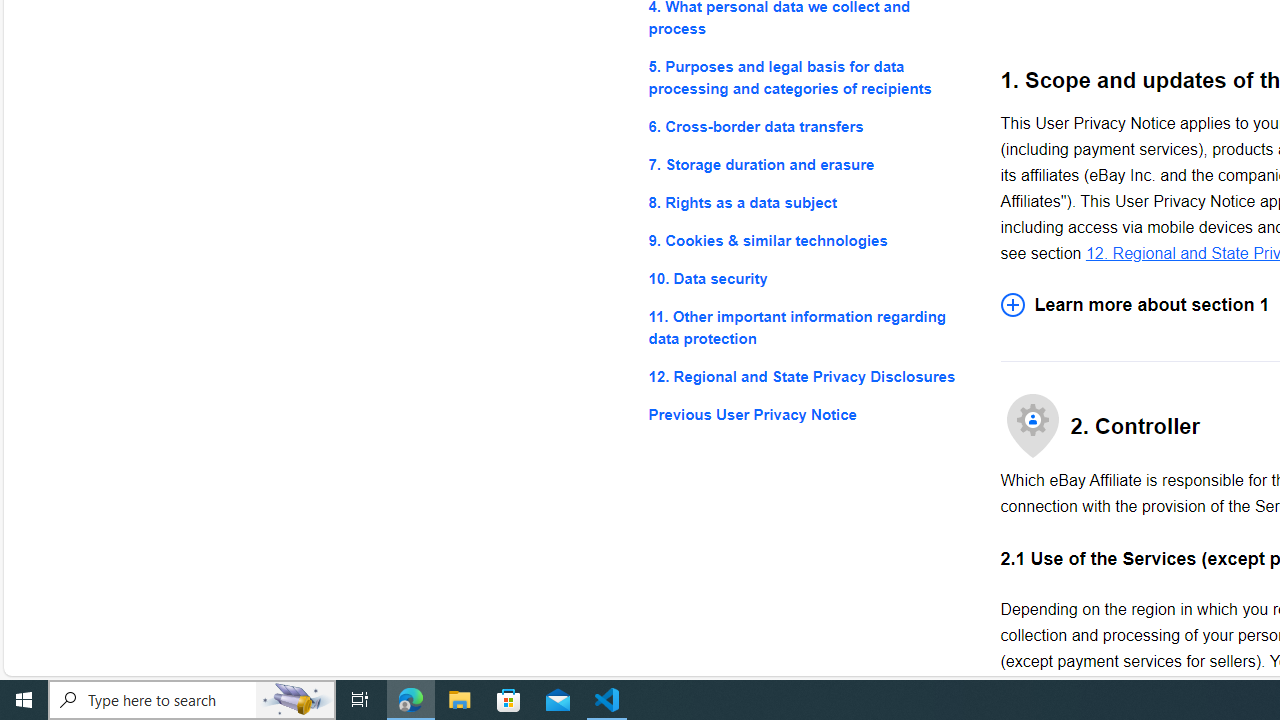  What do you see at coordinates (808, 126) in the screenshot?
I see `'6. Cross-border data transfers'` at bounding box center [808, 126].